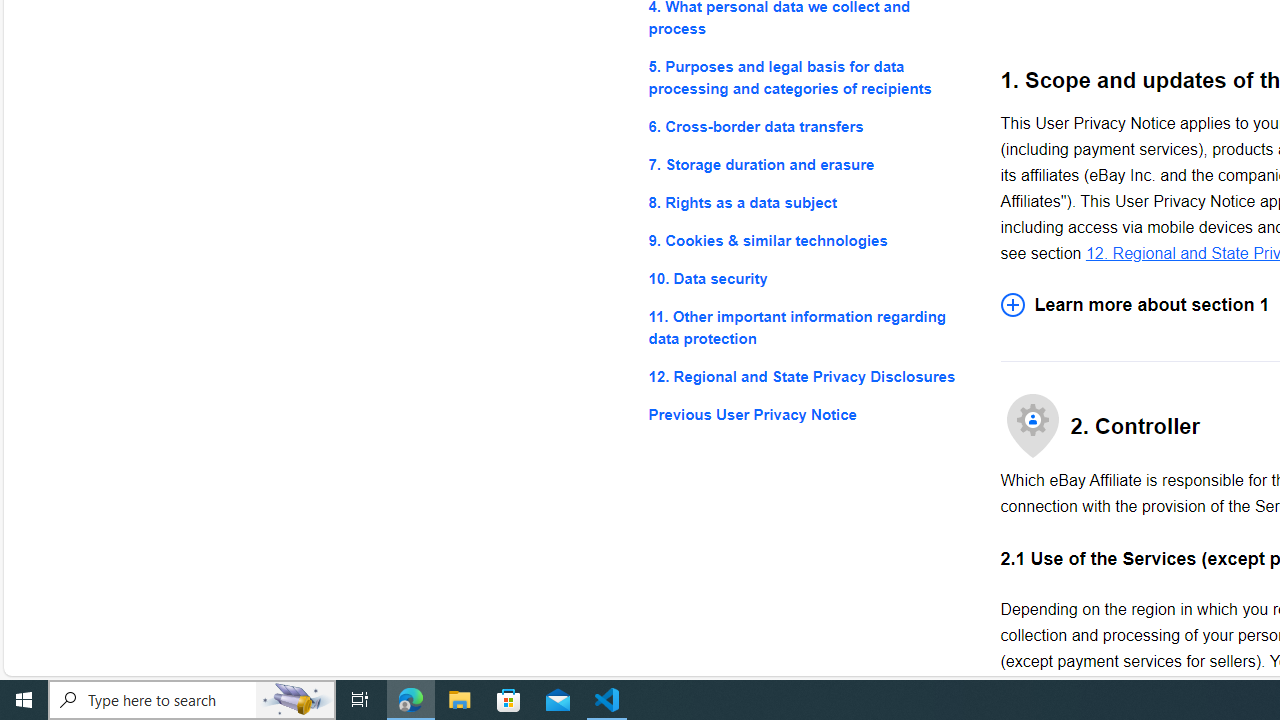  What do you see at coordinates (808, 126) in the screenshot?
I see `'6. Cross-border data transfers'` at bounding box center [808, 126].